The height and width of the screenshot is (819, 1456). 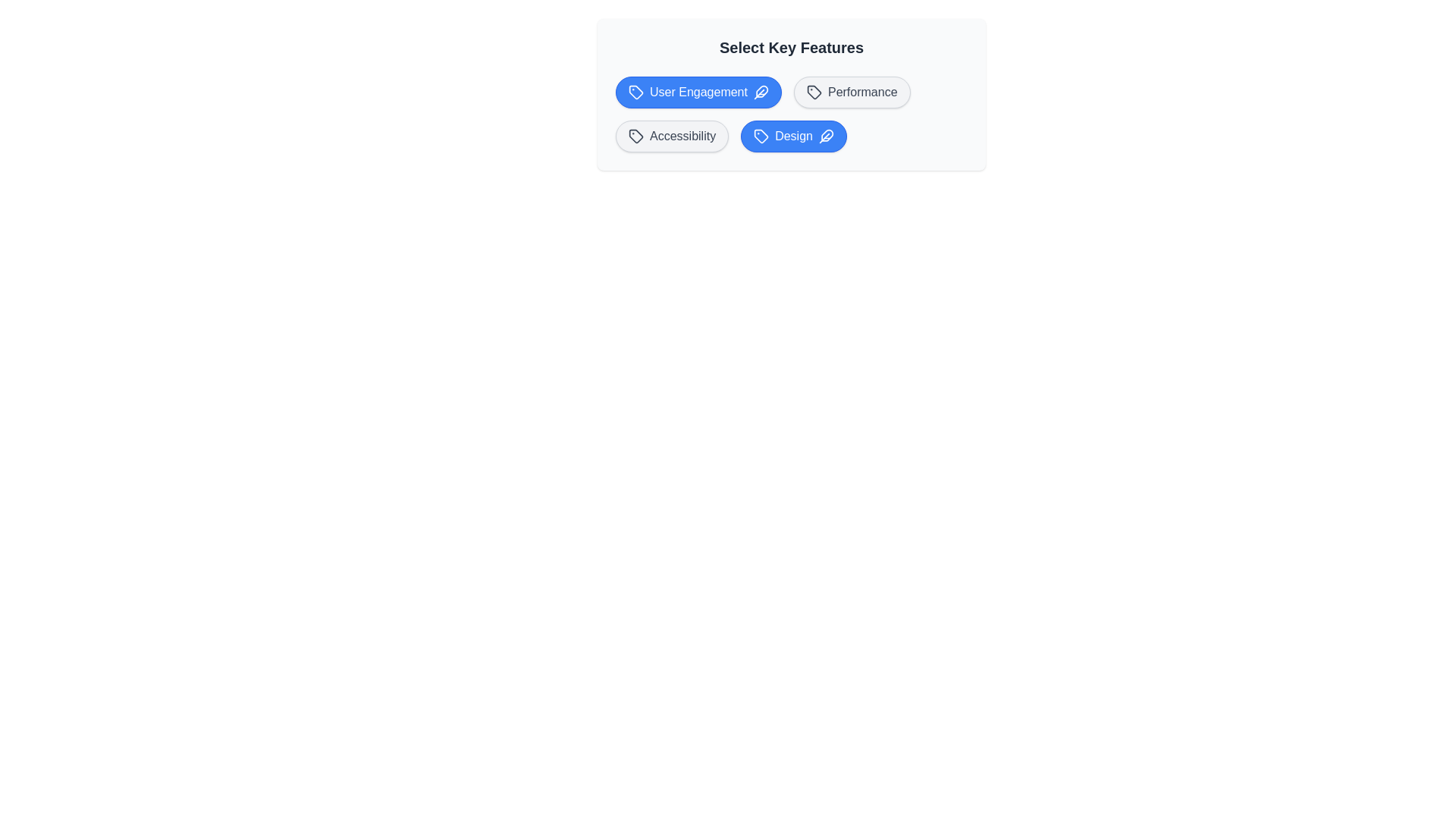 What do you see at coordinates (792, 136) in the screenshot?
I see `the feature button labeled Design` at bounding box center [792, 136].